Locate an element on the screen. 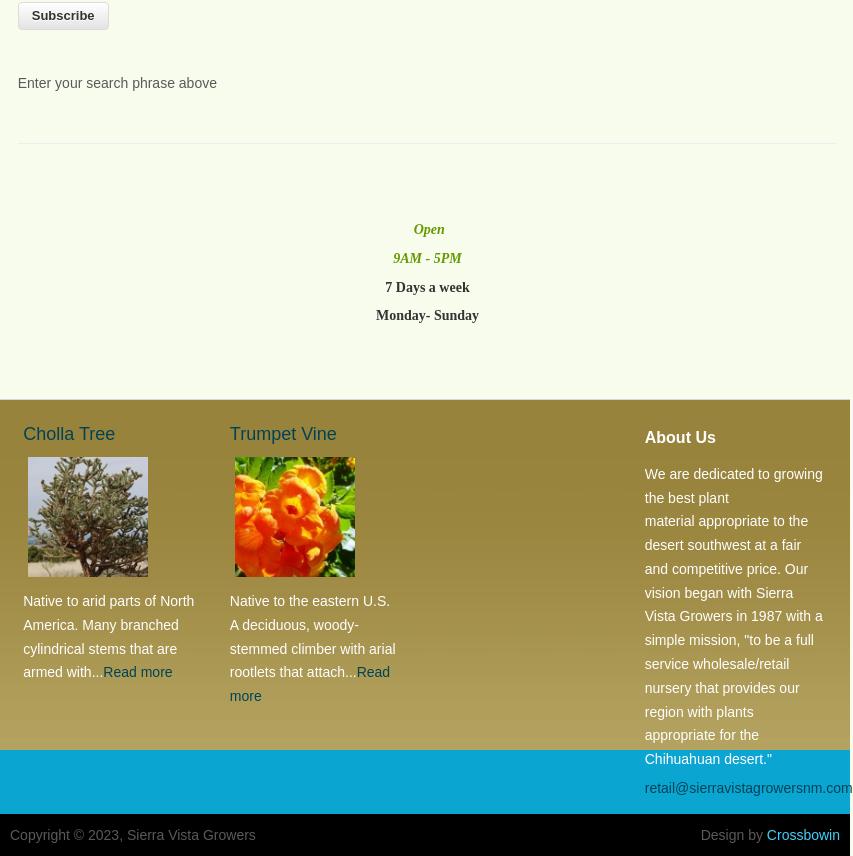 Image resolution: width=853 pixels, height=856 pixels. 'Enter your search phrase above' is located at coordinates (116, 82).